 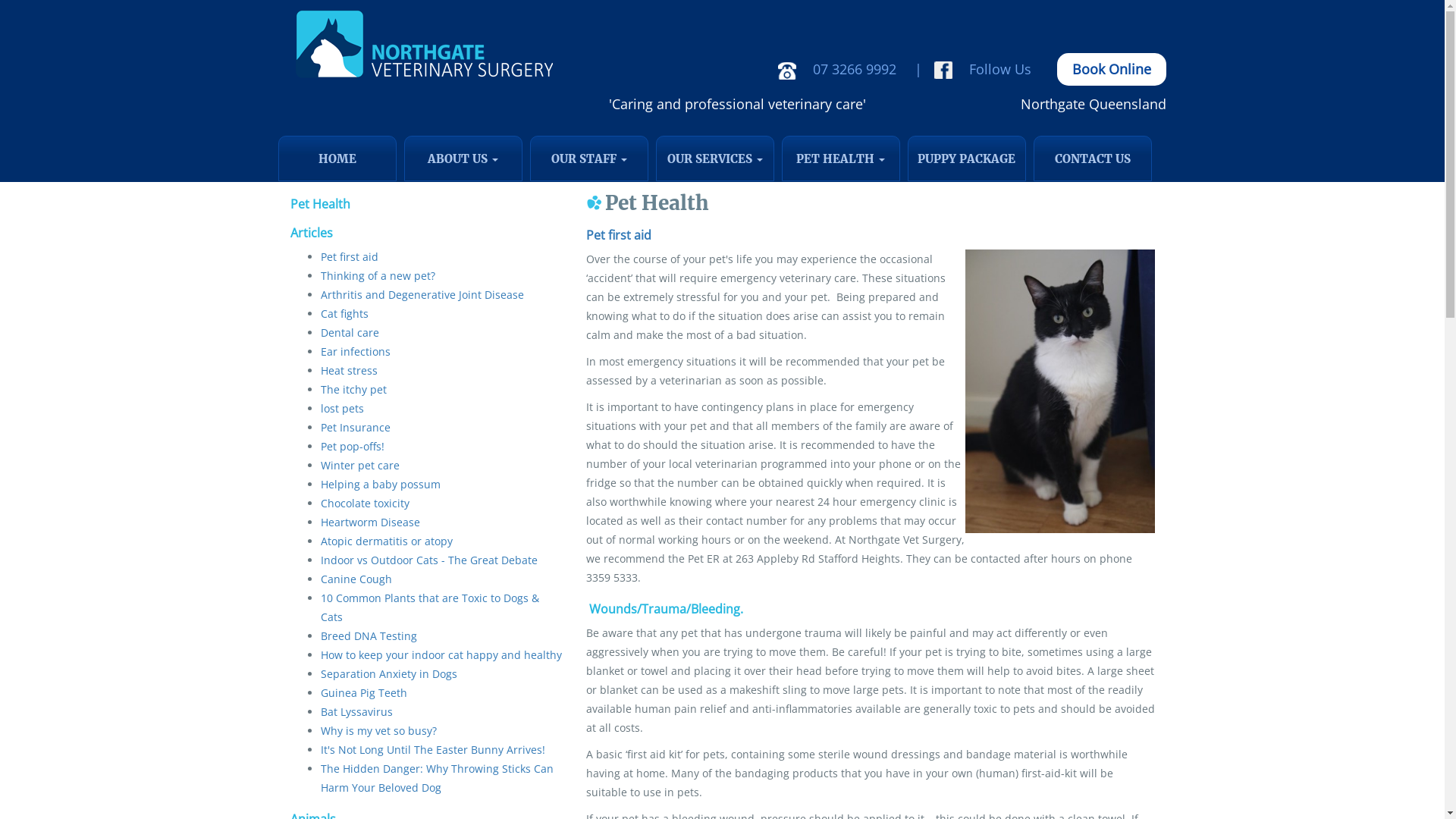 I want to click on 'ABOUT US', so click(x=403, y=158).